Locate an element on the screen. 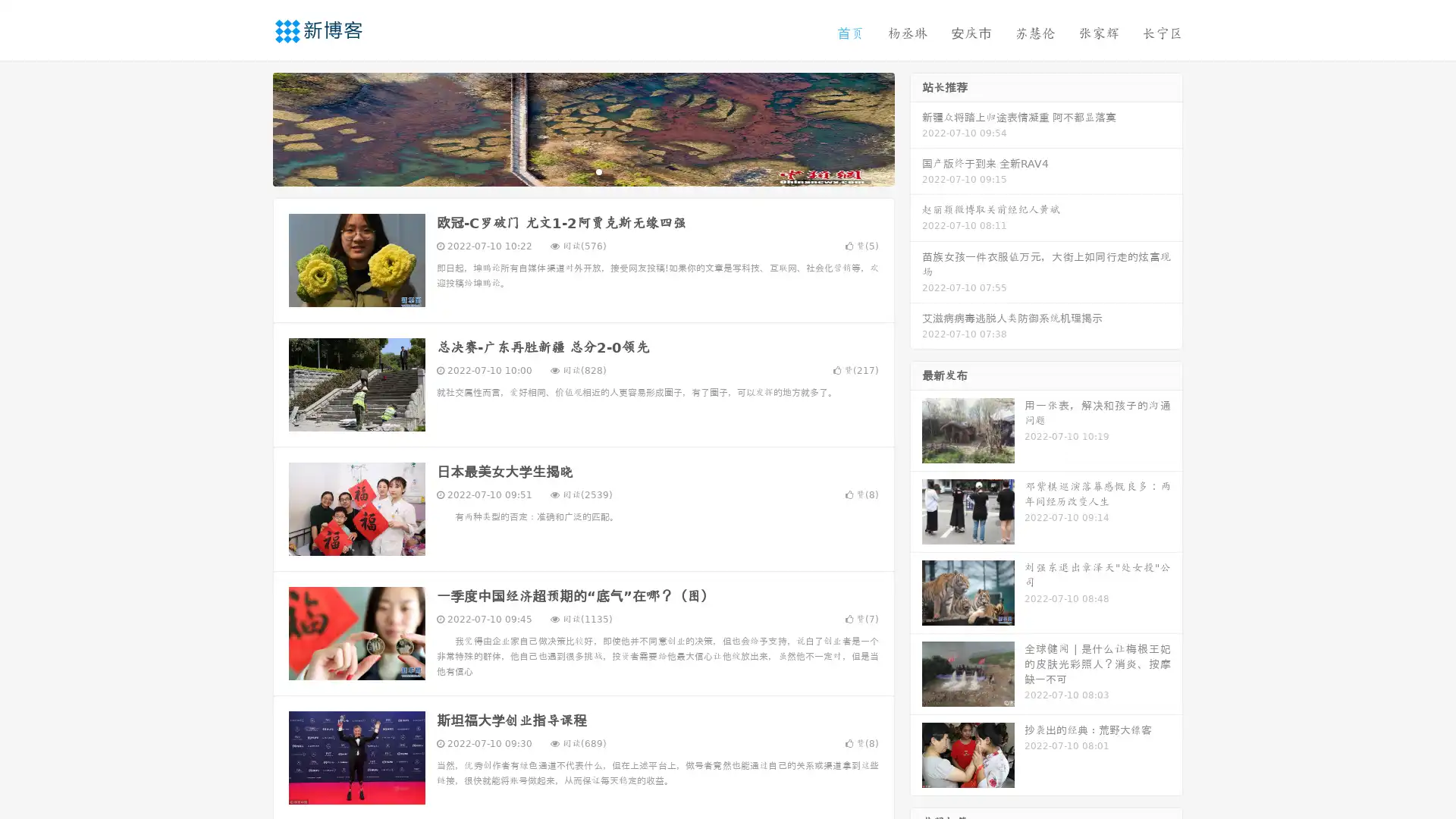  Go to slide 2 is located at coordinates (582, 171).